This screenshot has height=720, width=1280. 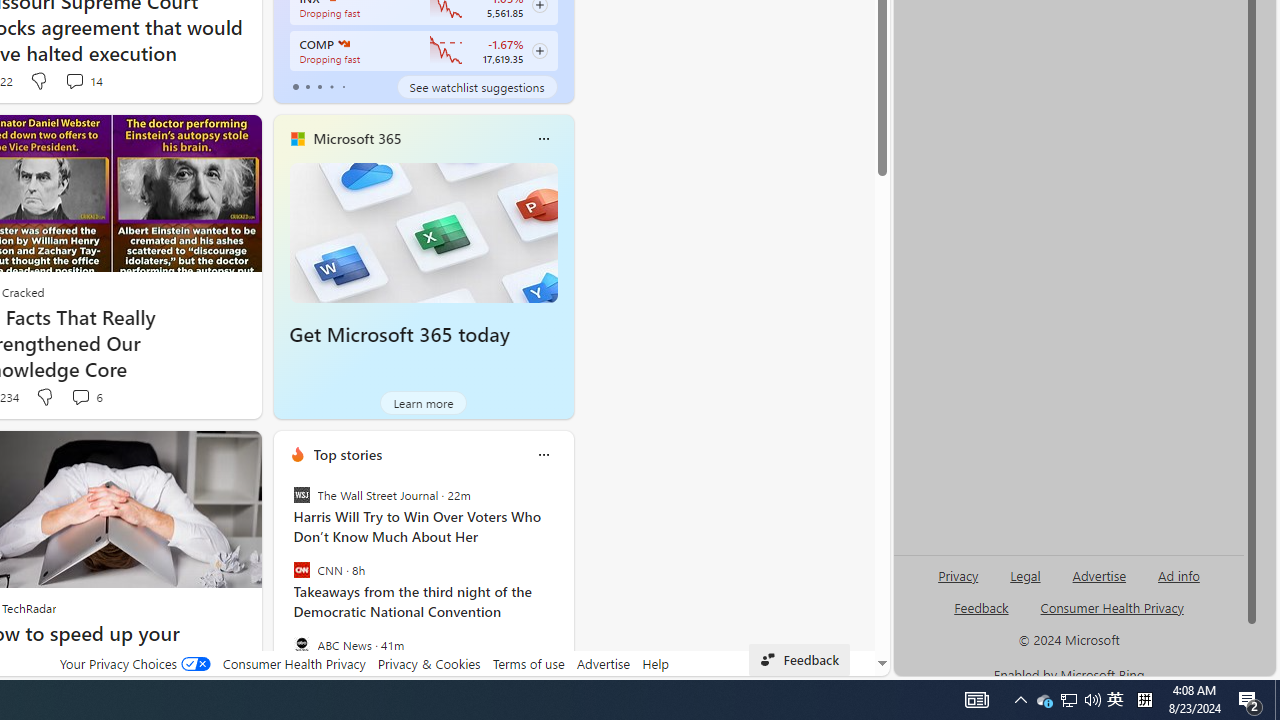 What do you see at coordinates (343, 86) in the screenshot?
I see `'tab-4'` at bounding box center [343, 86].